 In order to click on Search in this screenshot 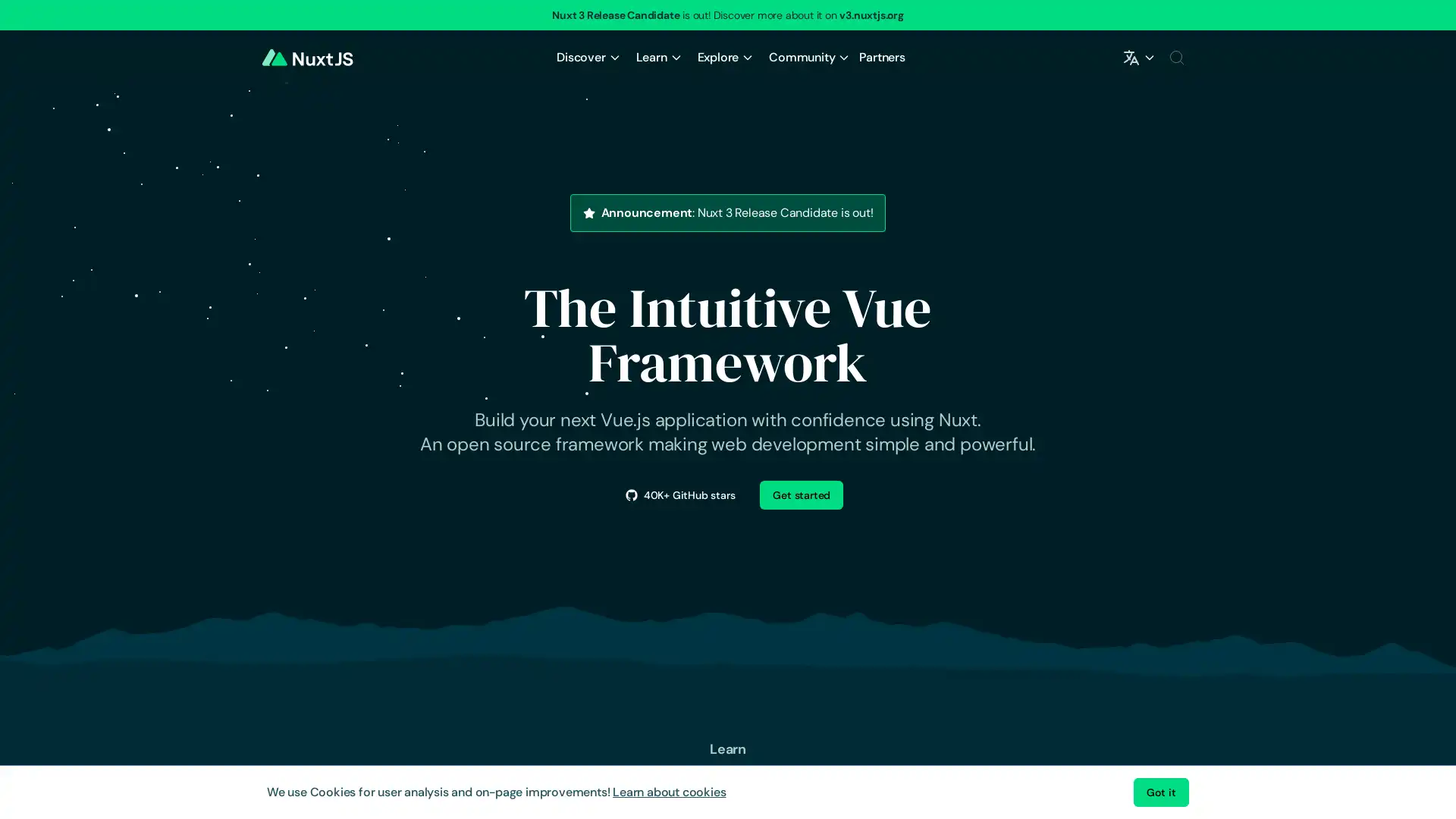, I will do `click(1175, 57)`.